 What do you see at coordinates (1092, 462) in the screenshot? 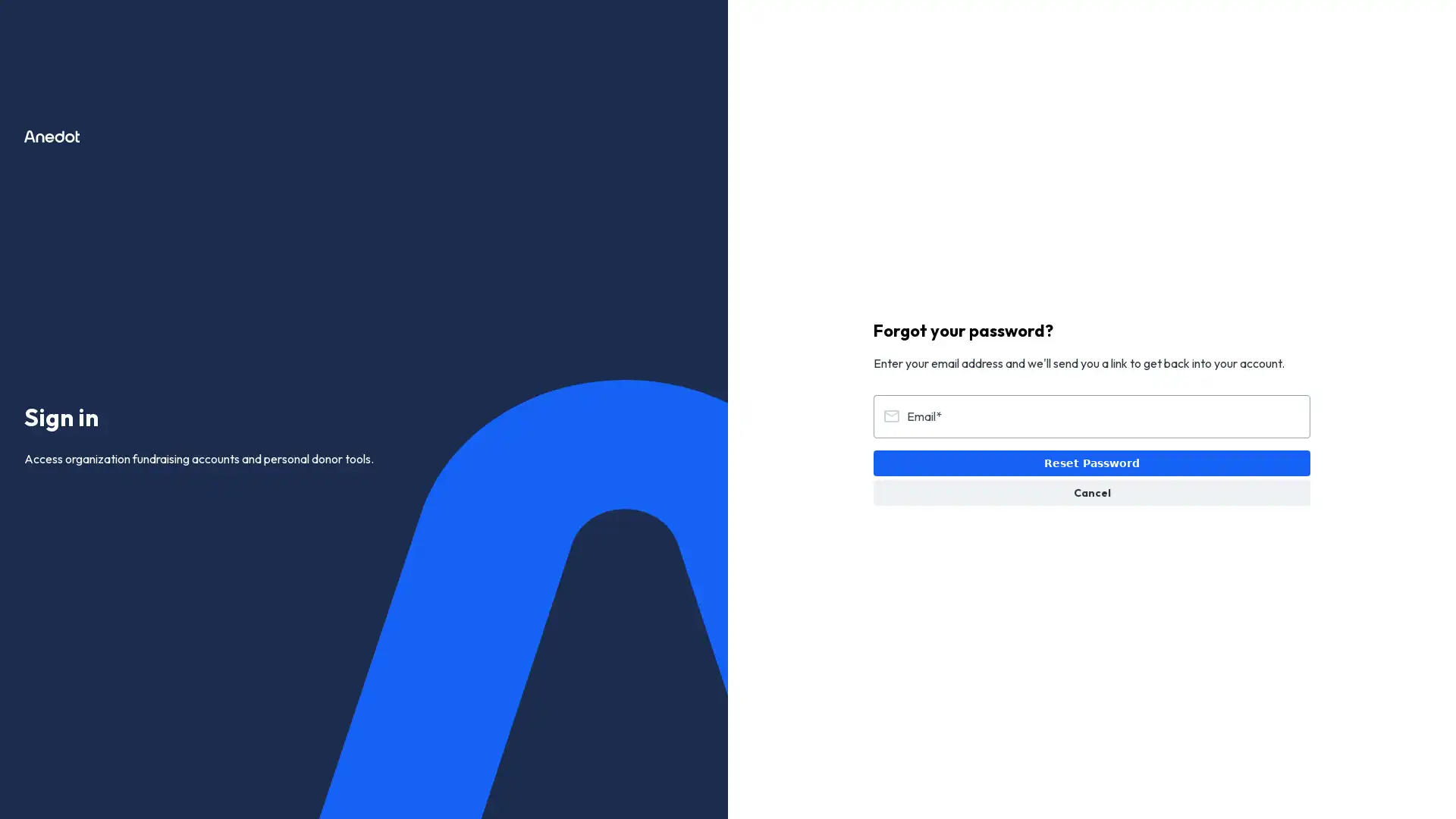
I see `Reset Password` at bounding box center [1092, 462].